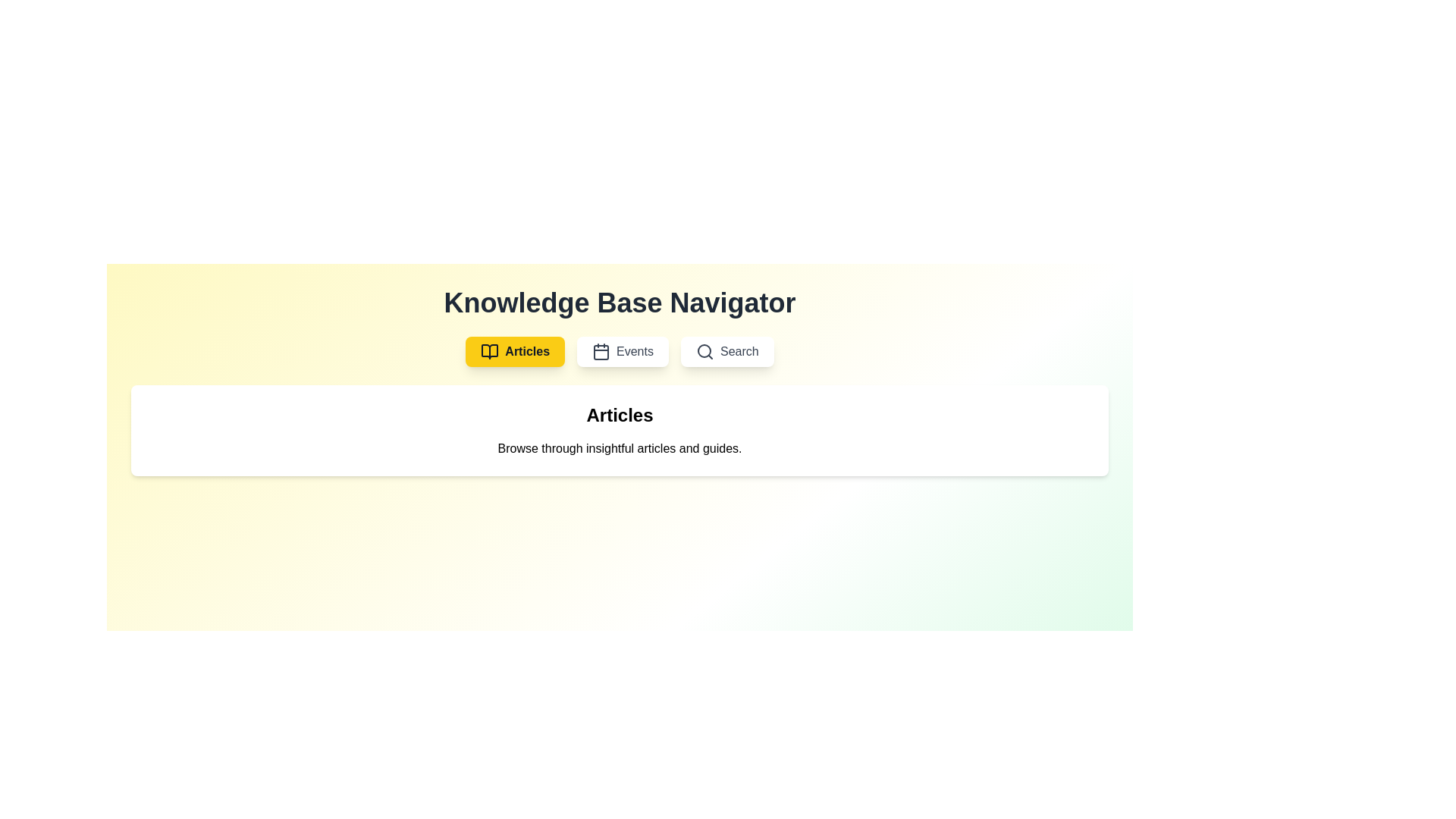 The width and height of the screenshot is (1456, 819). I want to click on the Events tab, so click(623, 351).